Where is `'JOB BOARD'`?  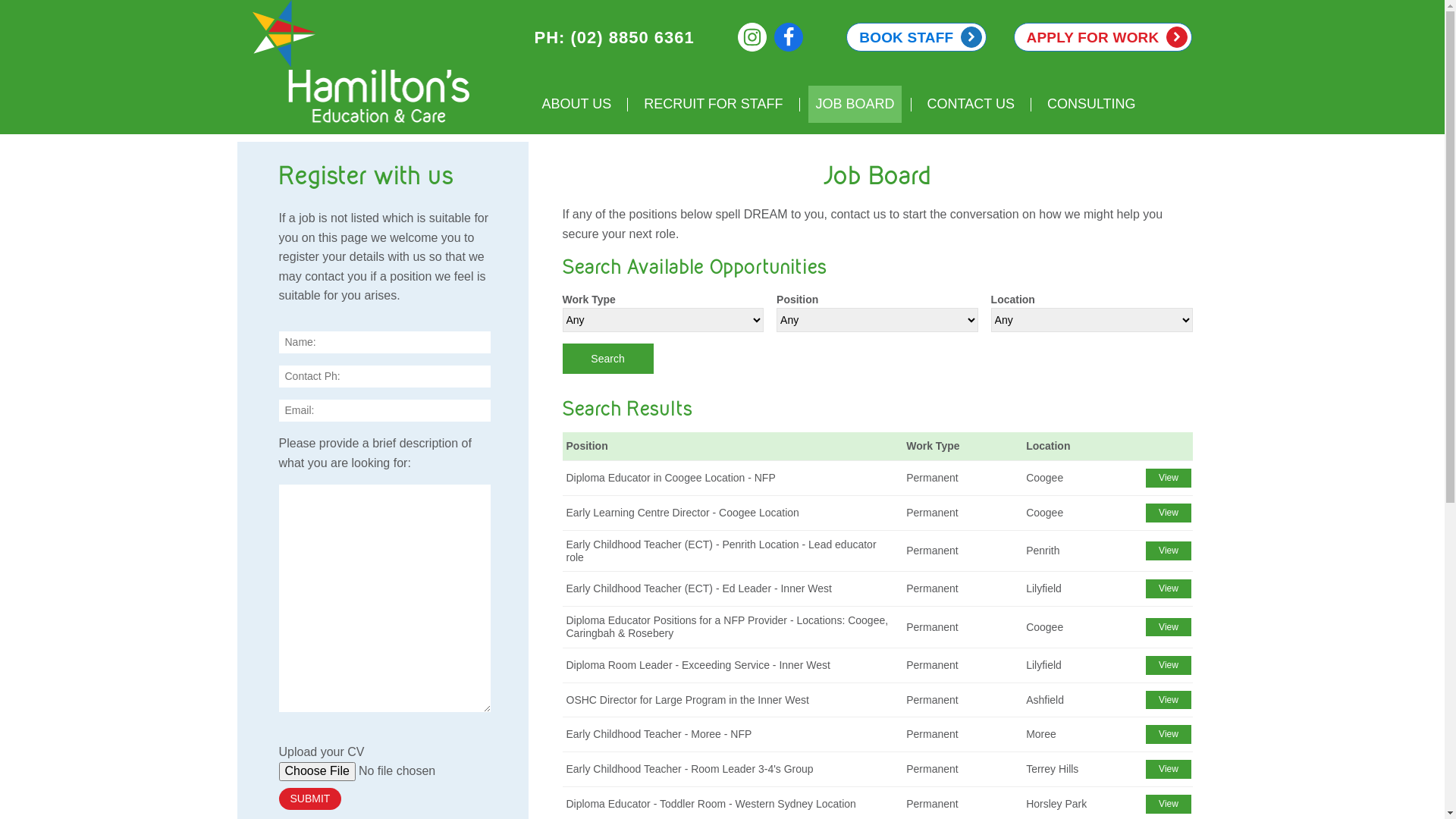 'JOB BOARD' is located at coordinates (855, 103).